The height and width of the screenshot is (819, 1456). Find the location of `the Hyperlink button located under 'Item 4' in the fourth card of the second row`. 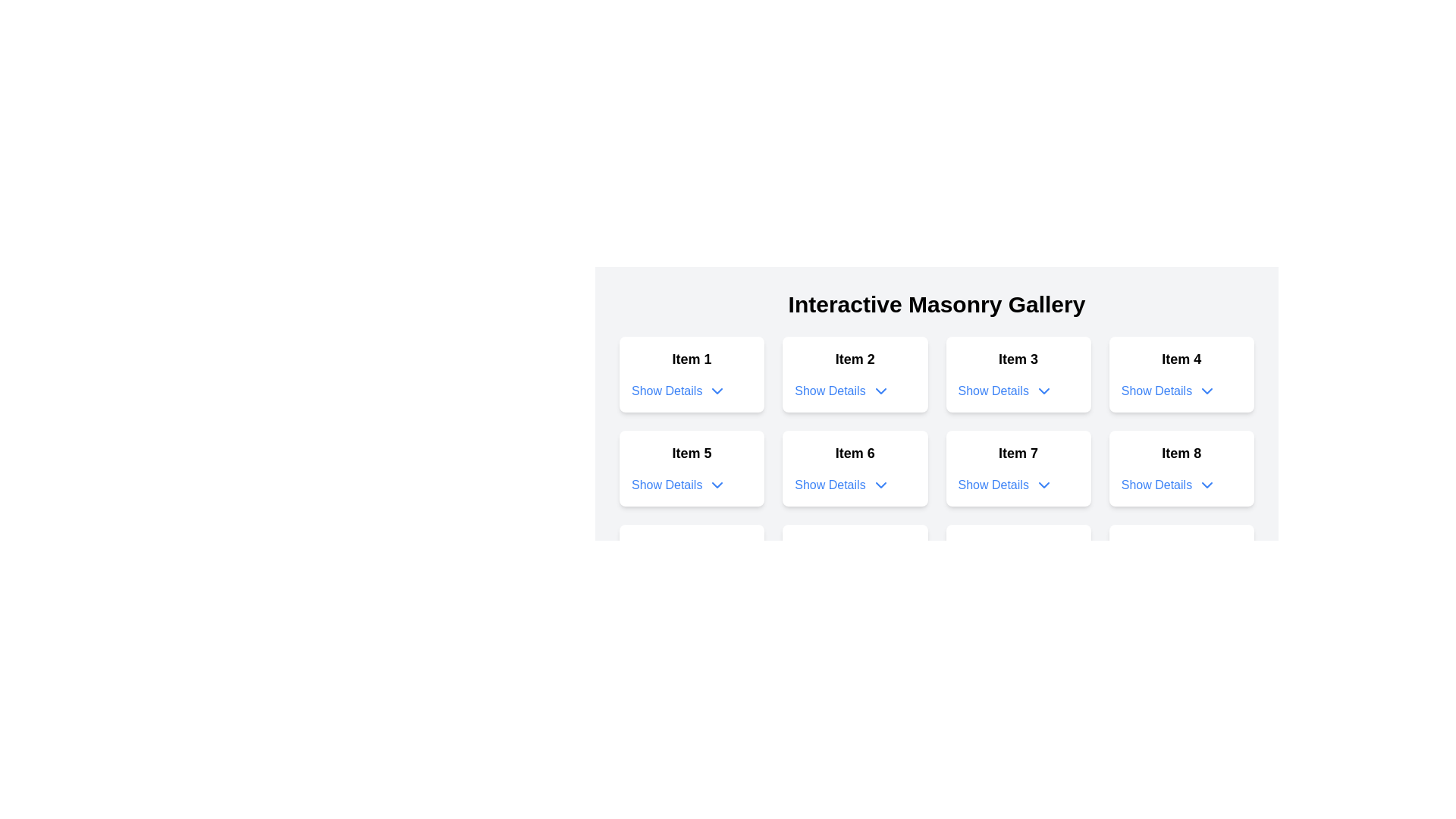

the Hyperlink button located under 'Item 4' in the fourth card of the second row is located at coordinates (1168, 391).